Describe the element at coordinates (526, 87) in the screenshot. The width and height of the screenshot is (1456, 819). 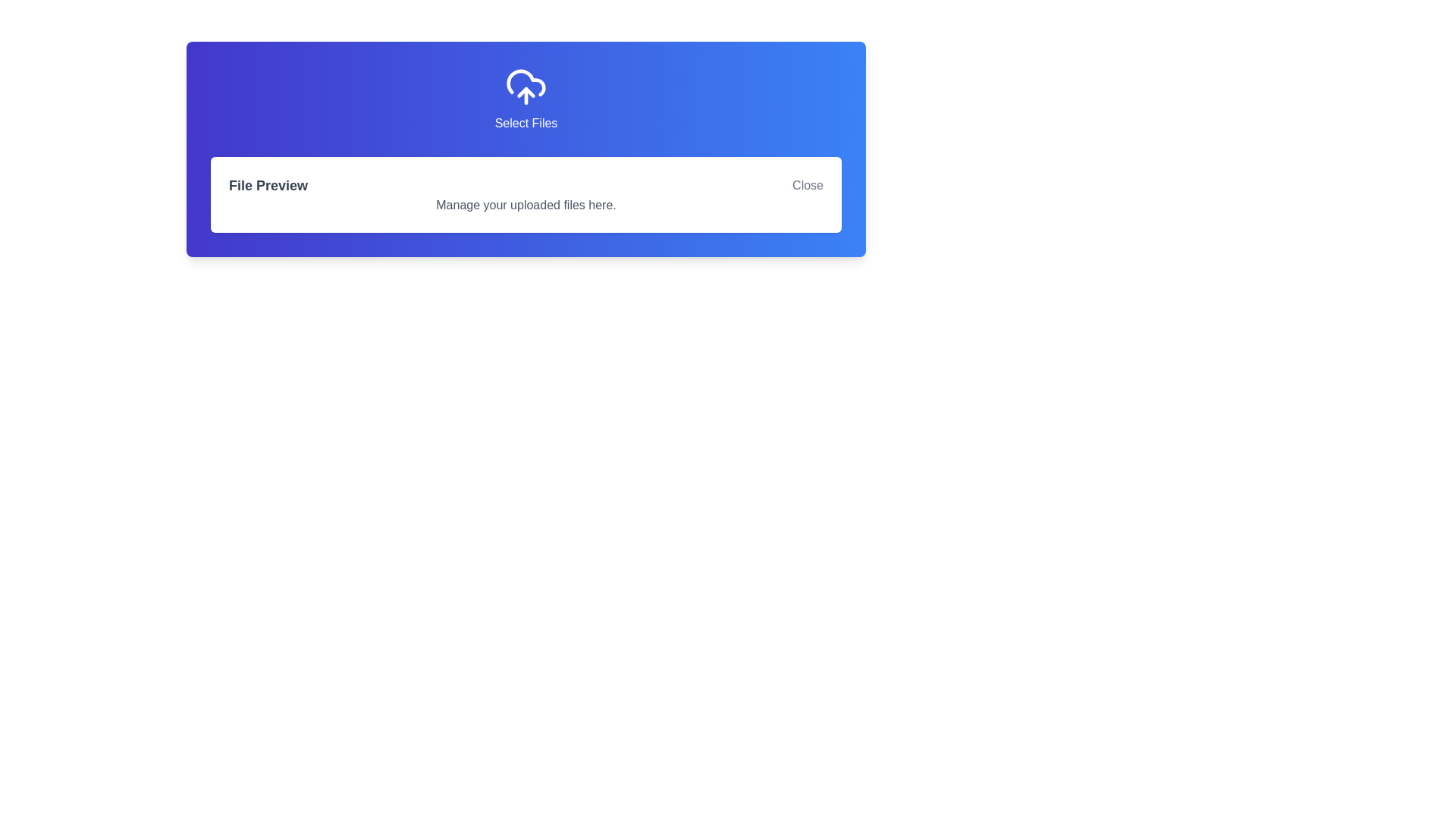
I see `the cloud upload icon, which is a minimalist design with a blue background and an upwards arrow, positioned above the 'Select Files' label` at that location.